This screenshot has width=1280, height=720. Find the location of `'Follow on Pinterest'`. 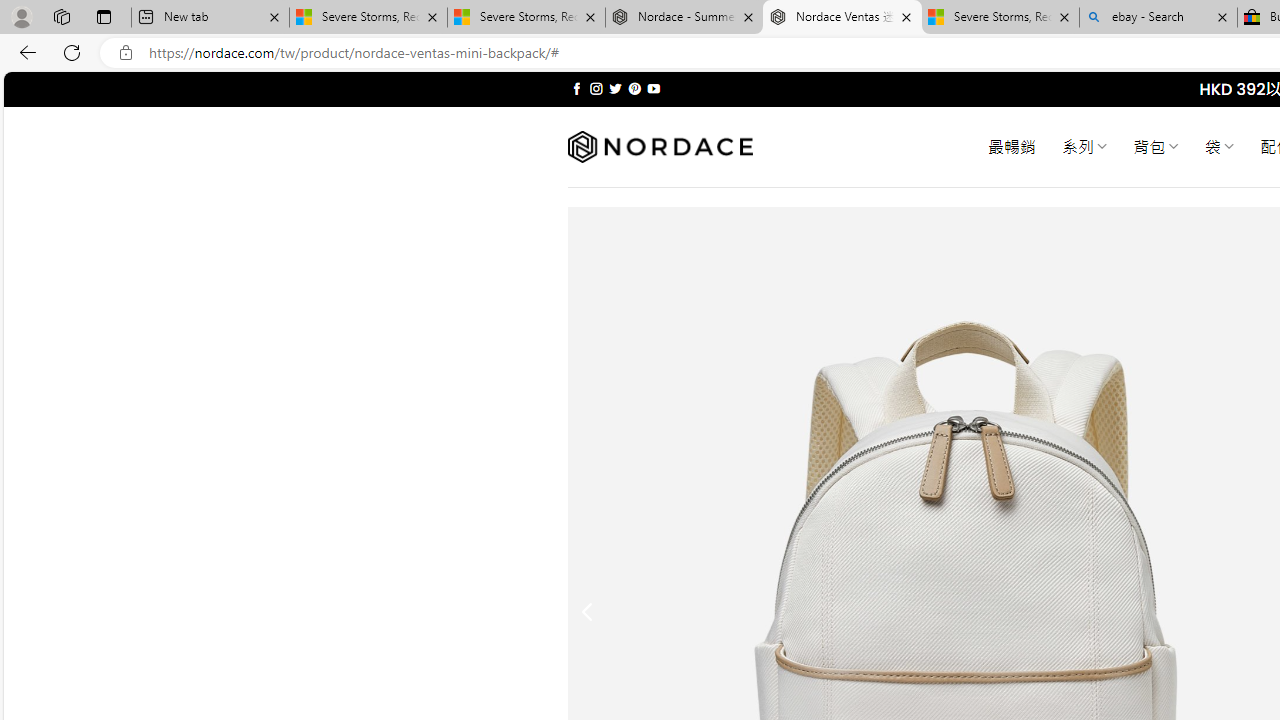

'Follow on Pinterest' is located at coordinates (633, 88).